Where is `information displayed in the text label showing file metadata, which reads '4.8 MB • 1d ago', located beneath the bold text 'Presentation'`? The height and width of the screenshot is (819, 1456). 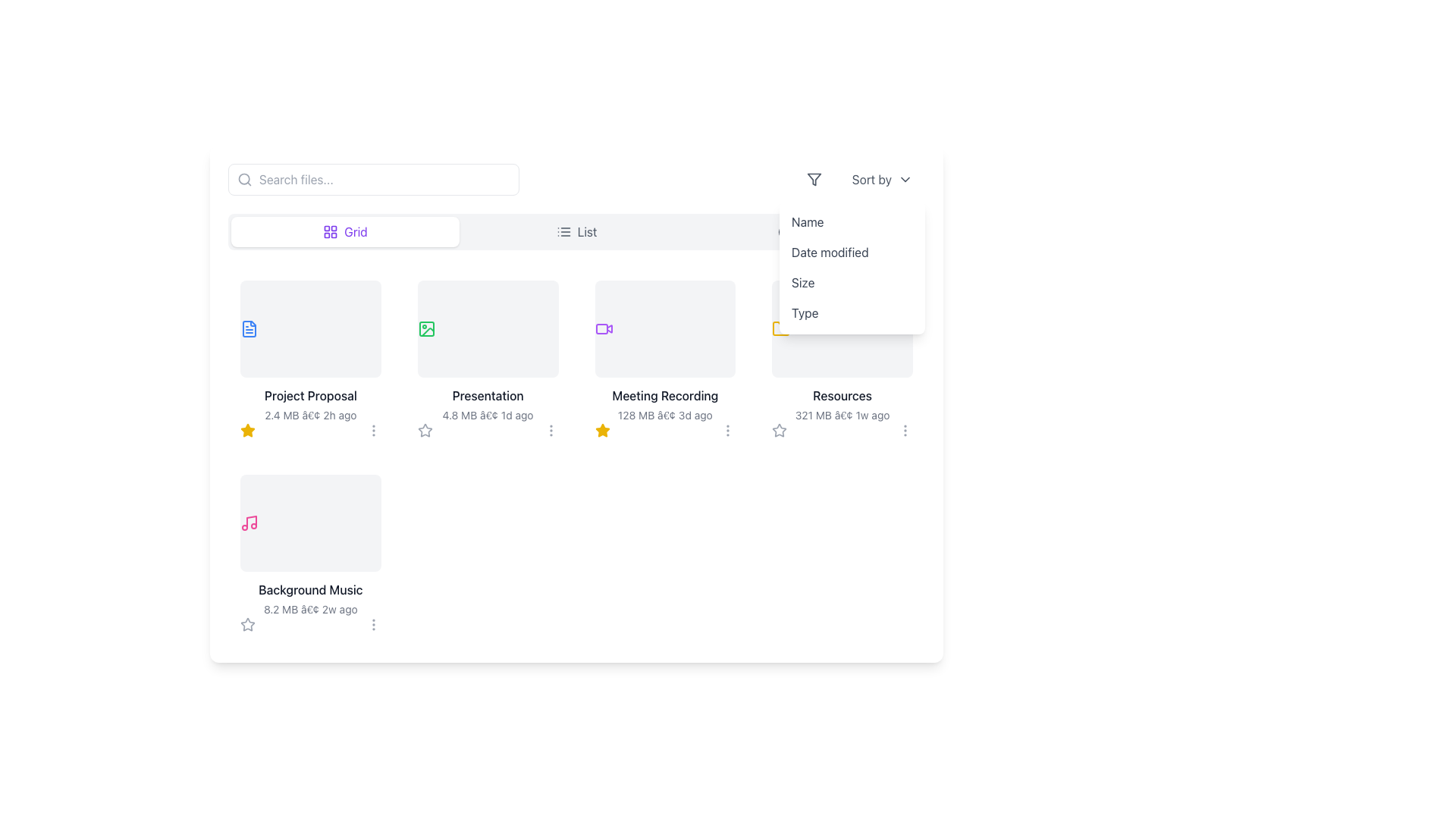
information displayed in the text label showing file metadata, which reads '4.8 MB • 1d ago', located beneath the bold text 'Presentation' is located at coordinates (488, 415).